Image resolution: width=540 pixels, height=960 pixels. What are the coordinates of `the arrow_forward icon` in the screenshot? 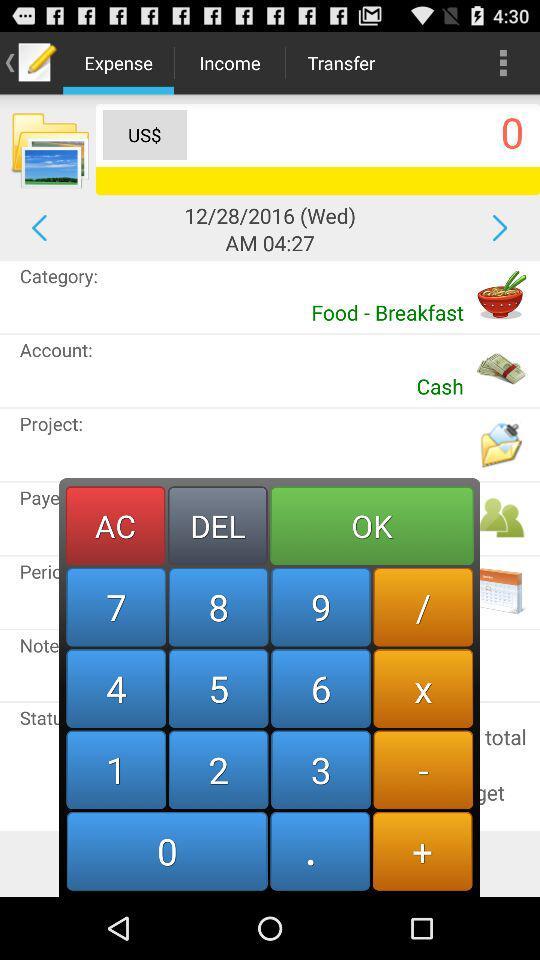 It's located at (499, 243).